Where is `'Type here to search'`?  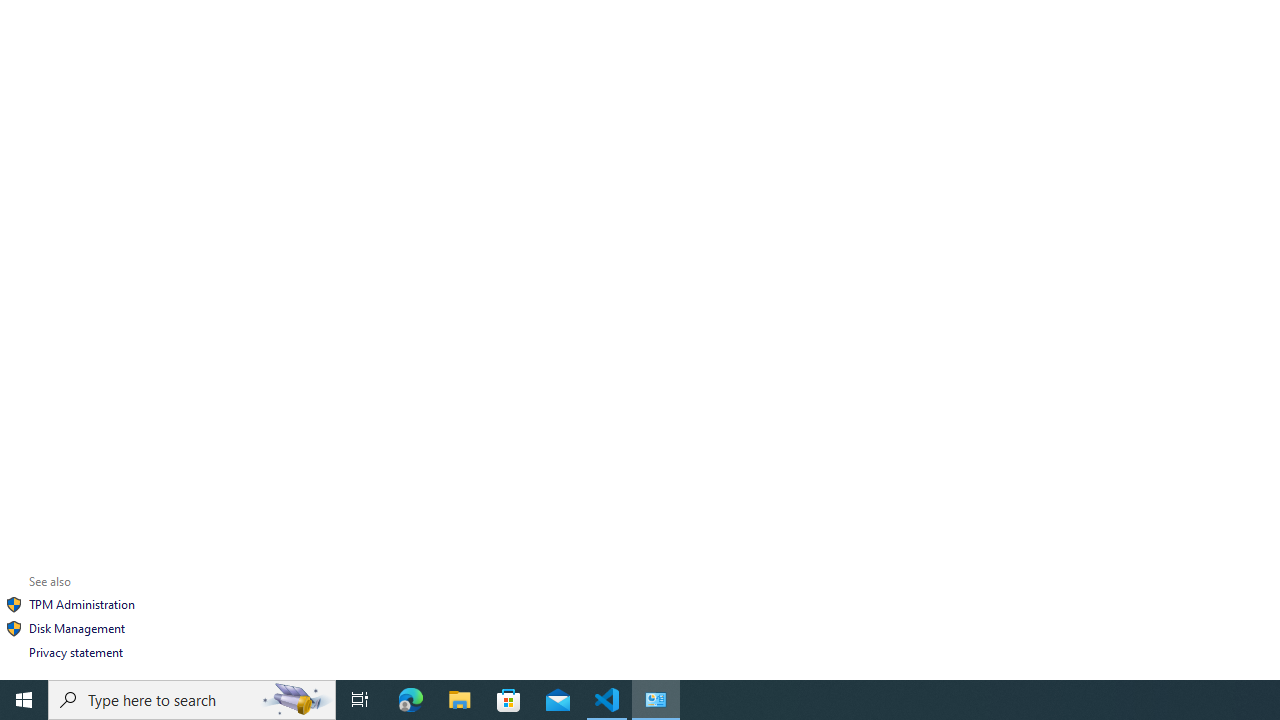
'Type here to search' is located at coordinates (192, 698).